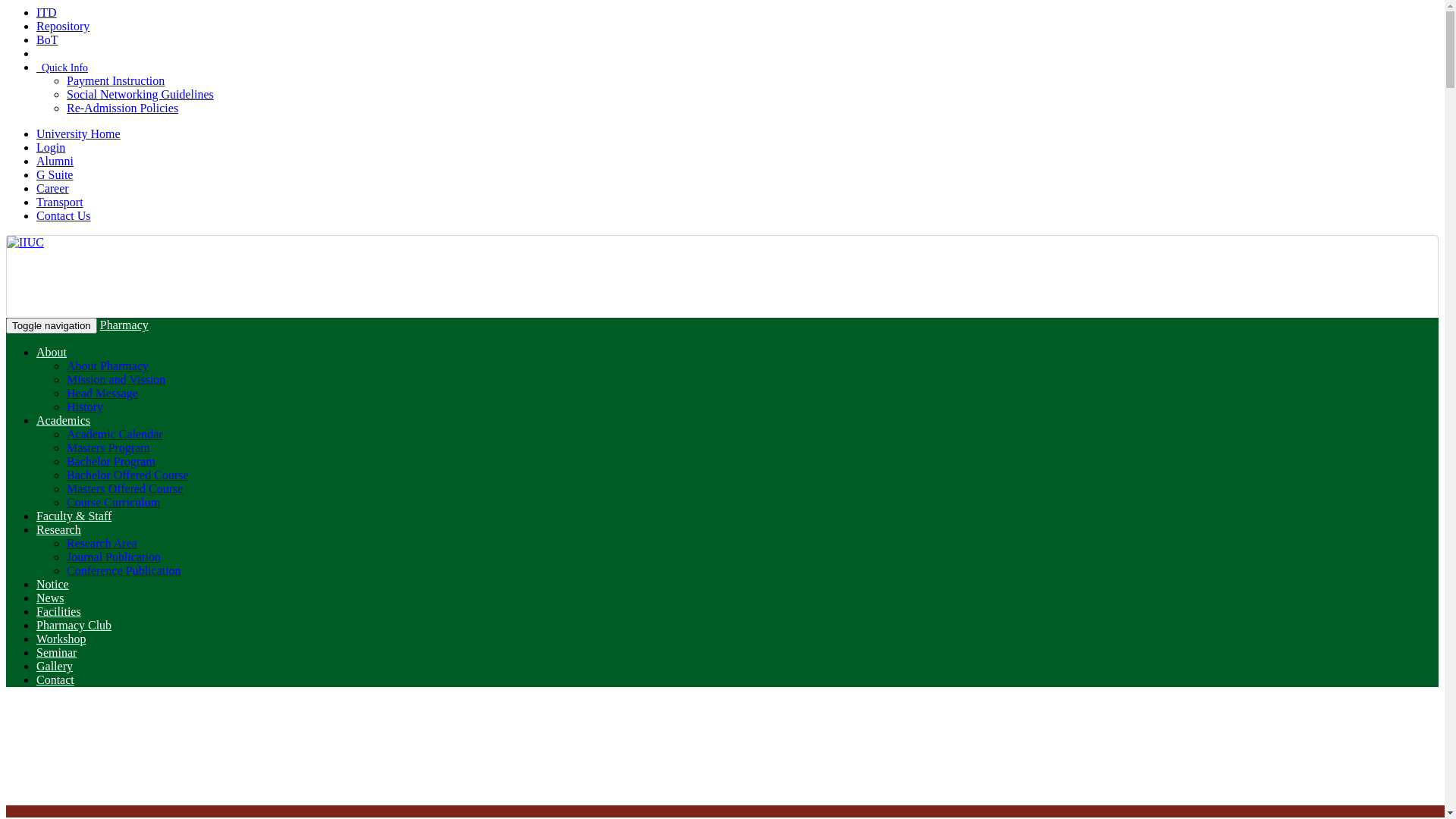  Describe the element at coordinates (115, 378) in the screenshot. I see `'Mission and Vission'` at that location.